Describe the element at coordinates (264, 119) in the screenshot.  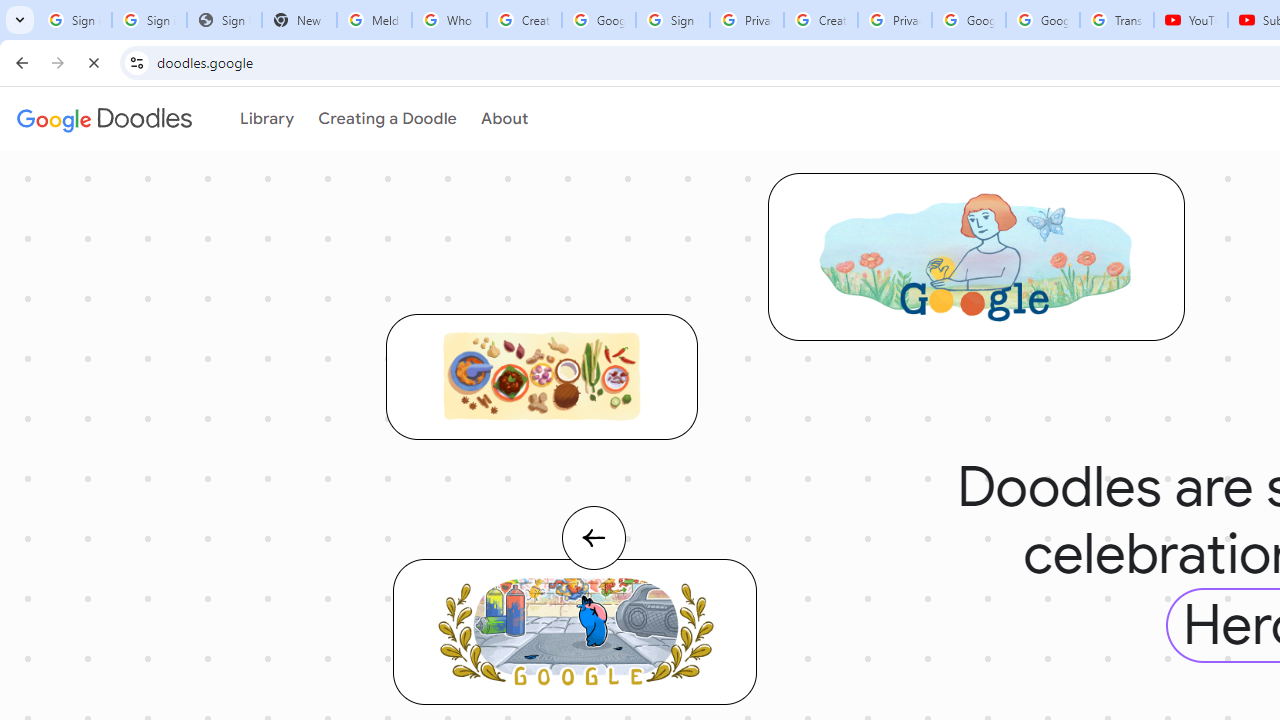
I see `'Library'` at that location.